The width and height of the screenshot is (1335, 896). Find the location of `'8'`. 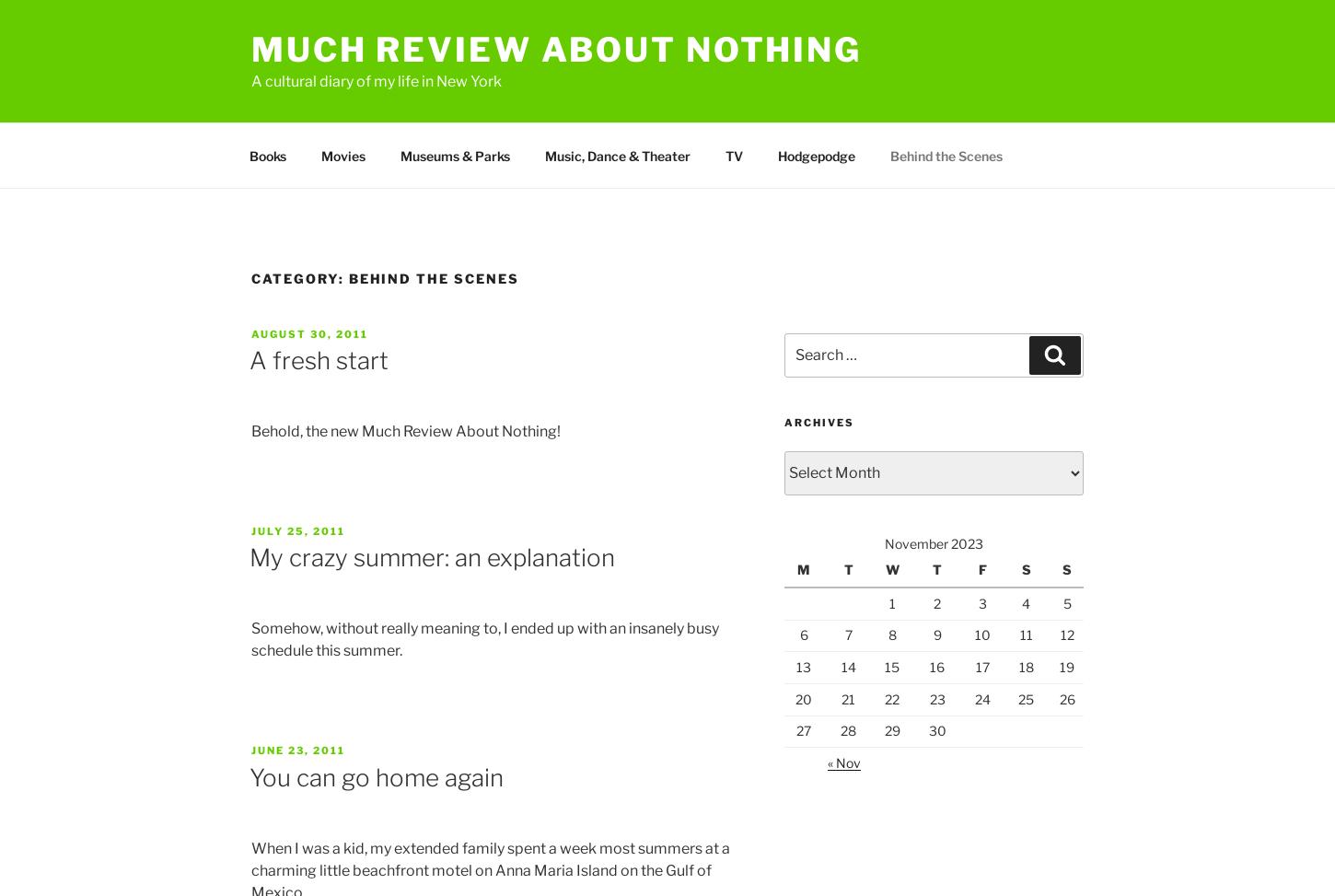

'8' is located at coordinates (891, 634).